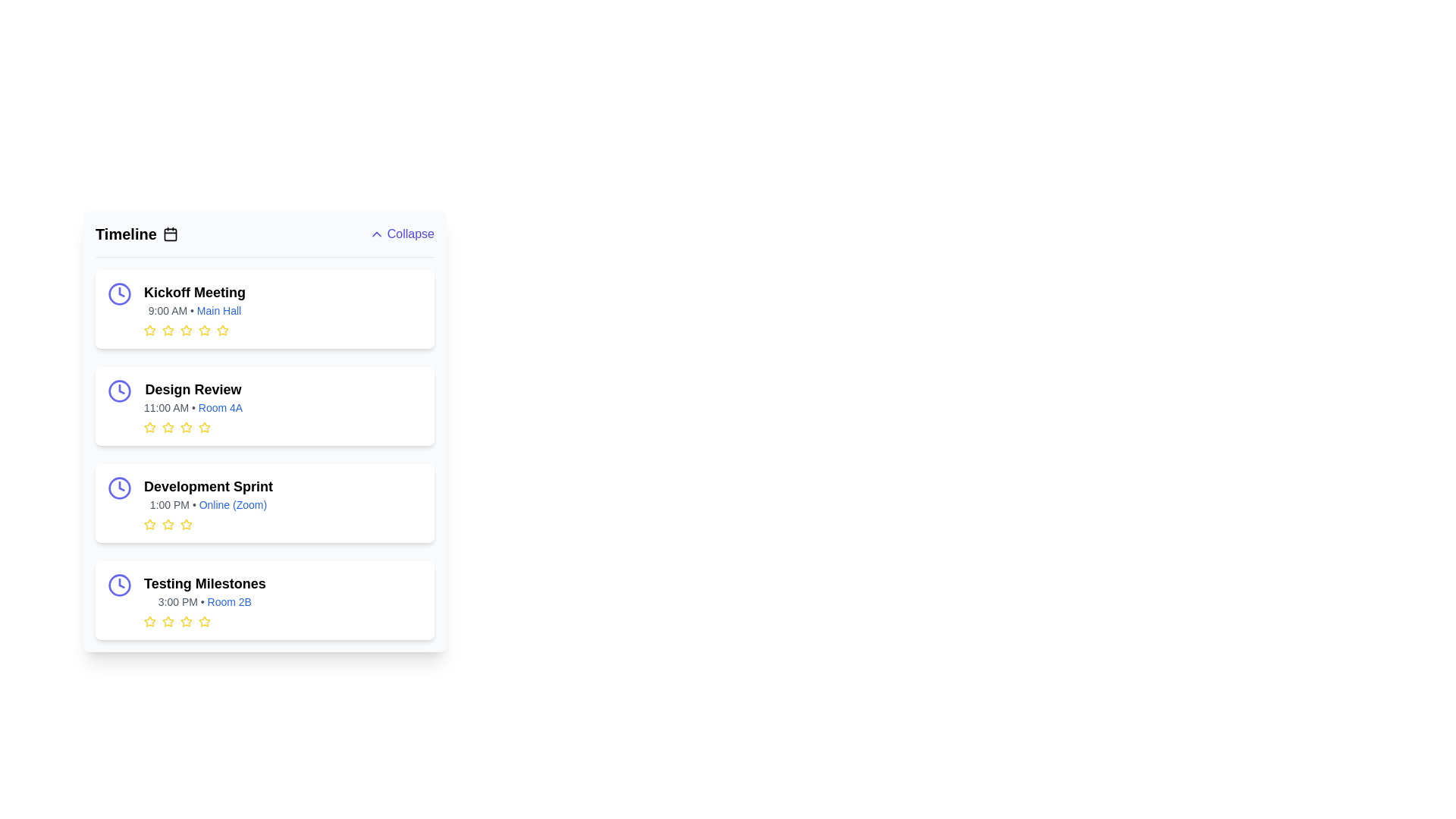 Image resolution: width=1456 pixels, height=819 pixels. Describe the element at coordinates (149, 329) in the screenshot. I see `the fourth star icon in the feedback rating system for the 'Kickoff Meeting' event to initiate interaction` at that location.